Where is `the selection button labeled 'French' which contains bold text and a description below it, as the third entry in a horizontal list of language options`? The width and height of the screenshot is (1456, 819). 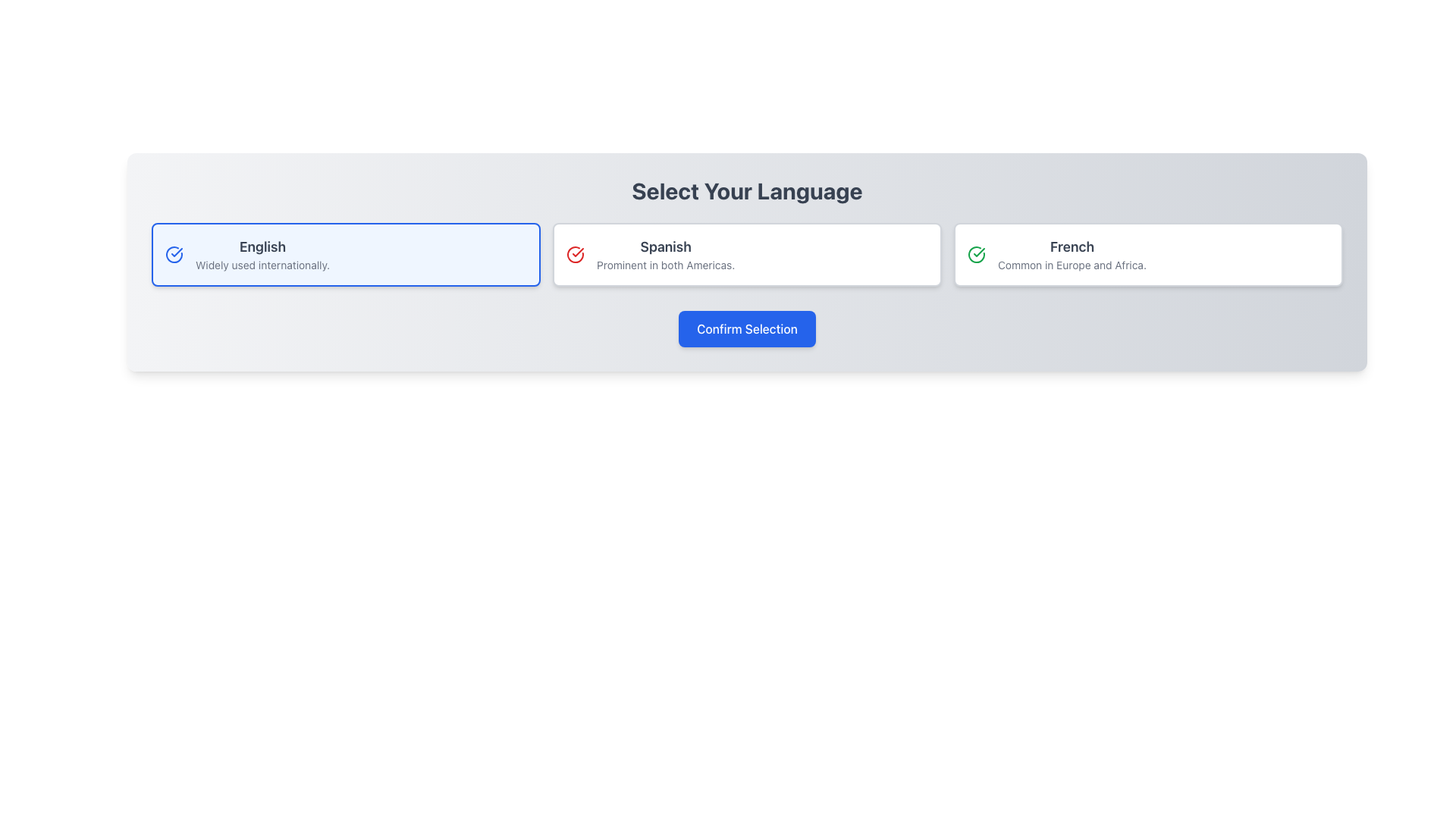
the selection button labeled 'French' which contains bold text and a description below it, as the third entry in a horizontal list of language options is located at coordinates (1072, 253).